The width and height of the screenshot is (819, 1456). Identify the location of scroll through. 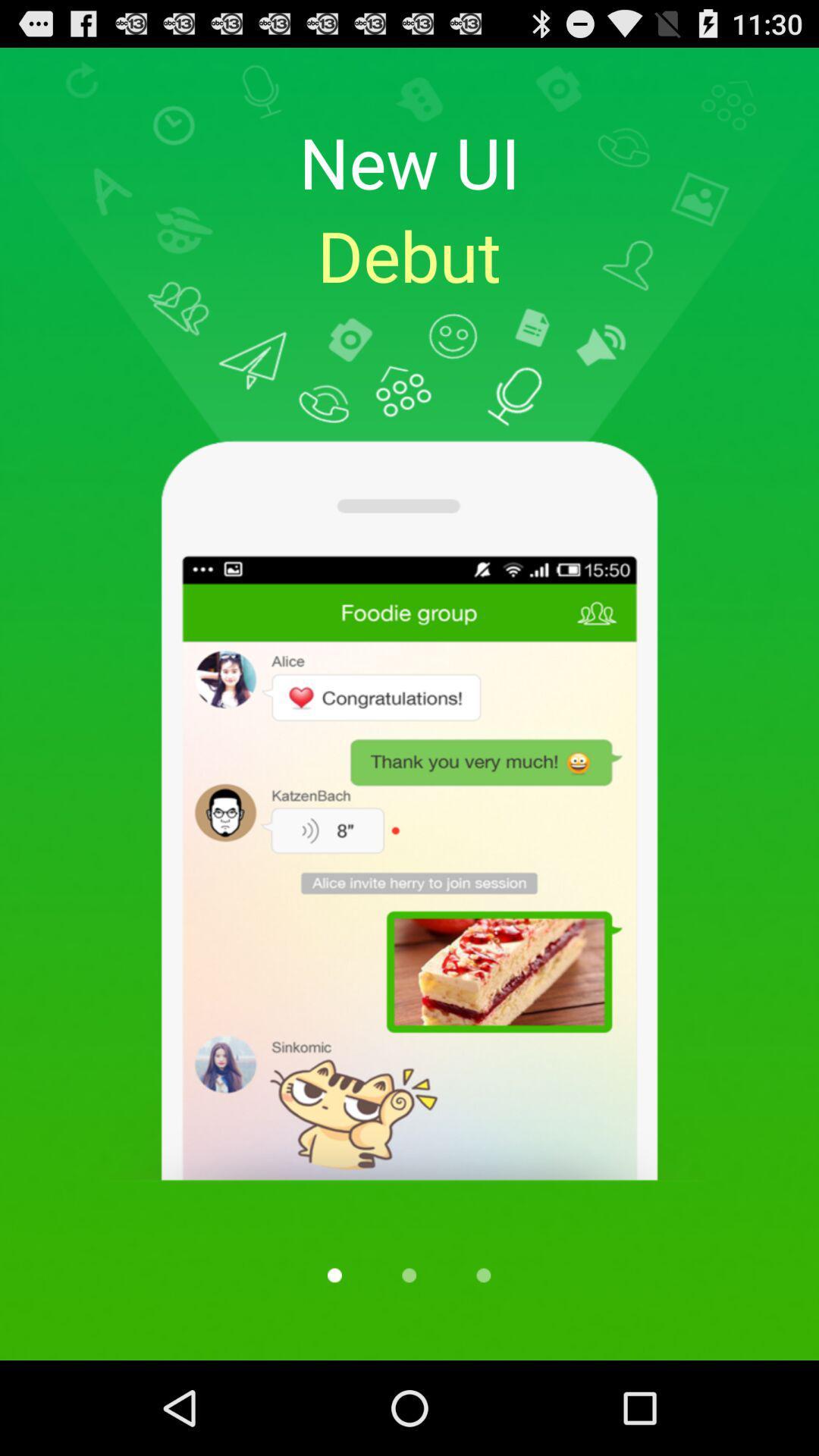
(334, 1274).